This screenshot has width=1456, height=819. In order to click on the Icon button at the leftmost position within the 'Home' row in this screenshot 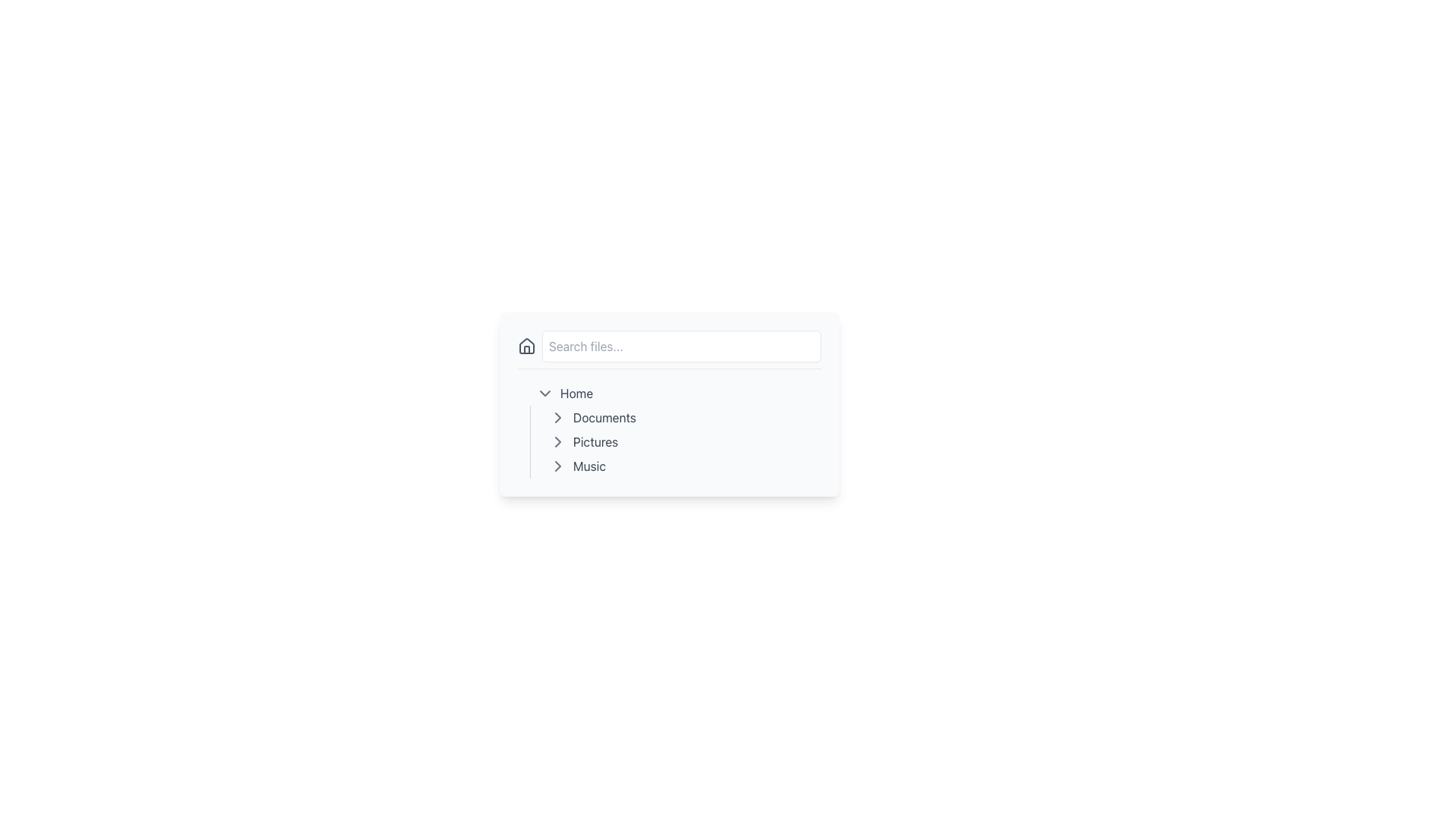, I will do `click(545, 393)`.